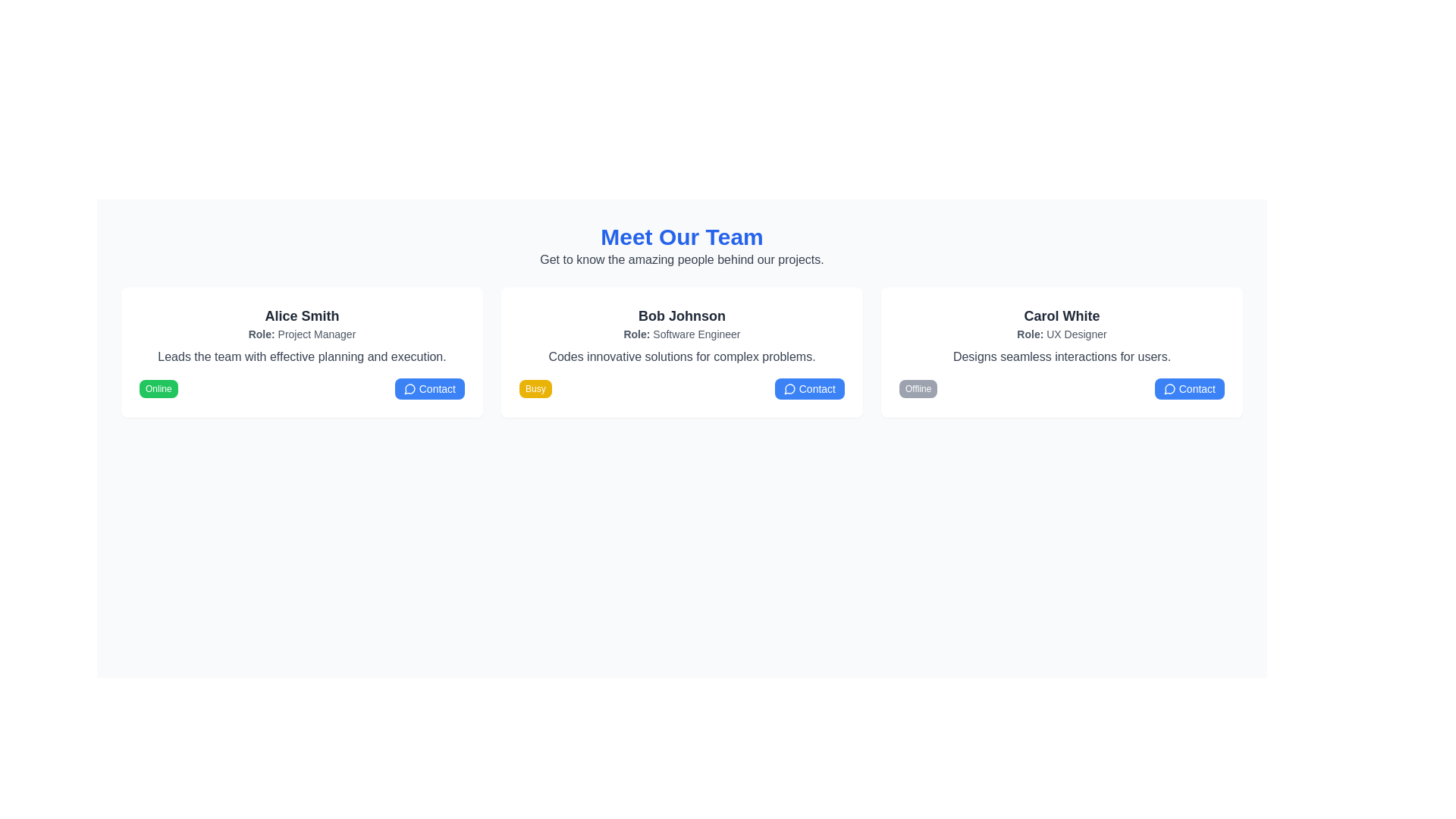 The width and height of the screenshot is (1456, 819). What do you see at coordinates (1061, 333) in the screenshot?
I see `text label that displays 'Role: UX Designer', which is located below the name 'Carol White' in the card layout` at bounding box center [1061, 333].